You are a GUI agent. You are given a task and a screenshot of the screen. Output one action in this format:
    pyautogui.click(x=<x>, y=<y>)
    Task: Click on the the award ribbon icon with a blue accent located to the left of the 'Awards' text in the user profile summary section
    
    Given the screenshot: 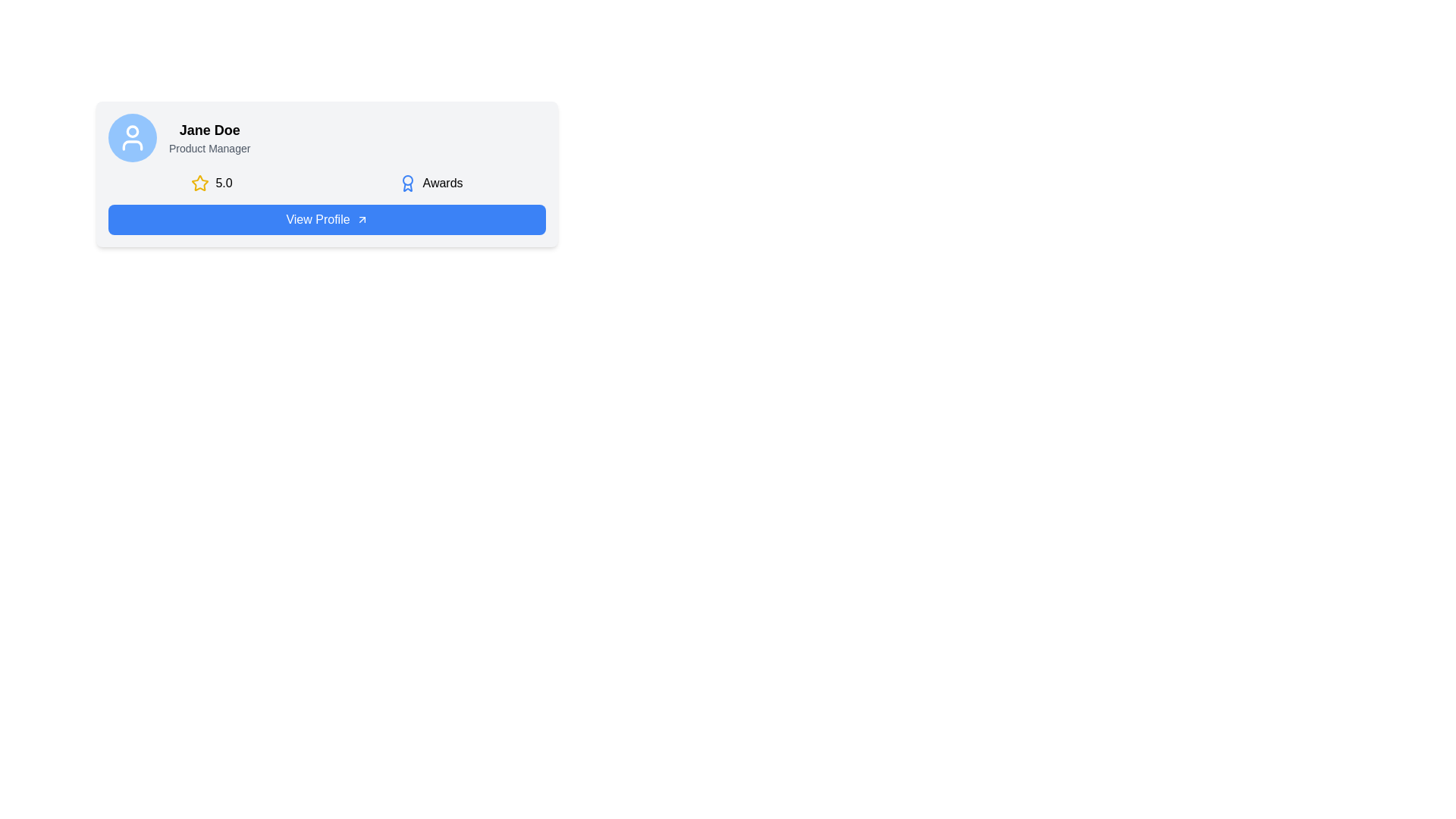 What is the action you would take?
    pyautogui.click(x=407, y=183)
    